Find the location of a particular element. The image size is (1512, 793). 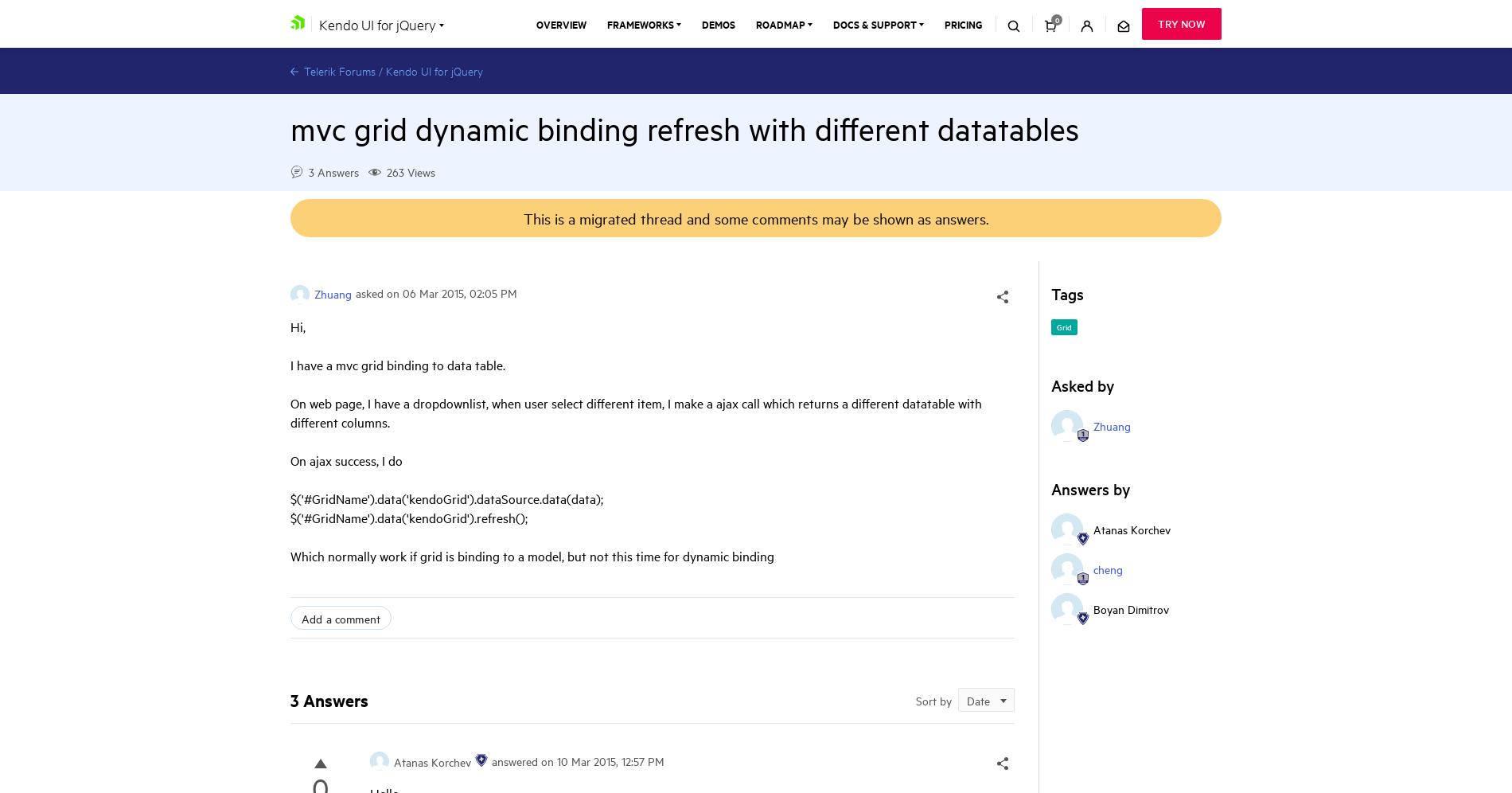

'Grid' is located at coordinates (1063, 325).